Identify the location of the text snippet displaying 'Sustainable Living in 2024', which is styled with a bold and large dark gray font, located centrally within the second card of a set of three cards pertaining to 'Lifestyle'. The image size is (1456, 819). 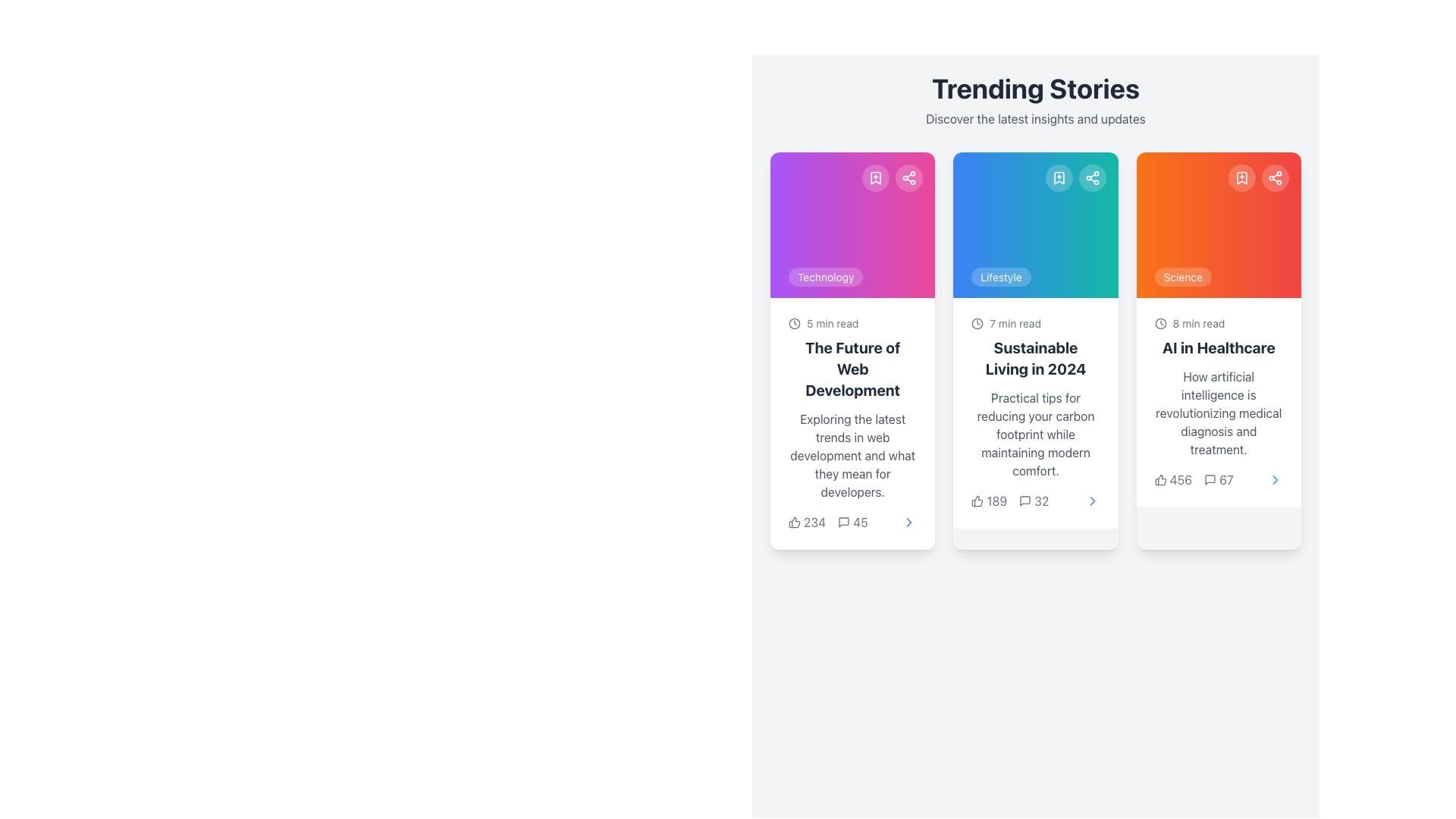
(1035, 359).